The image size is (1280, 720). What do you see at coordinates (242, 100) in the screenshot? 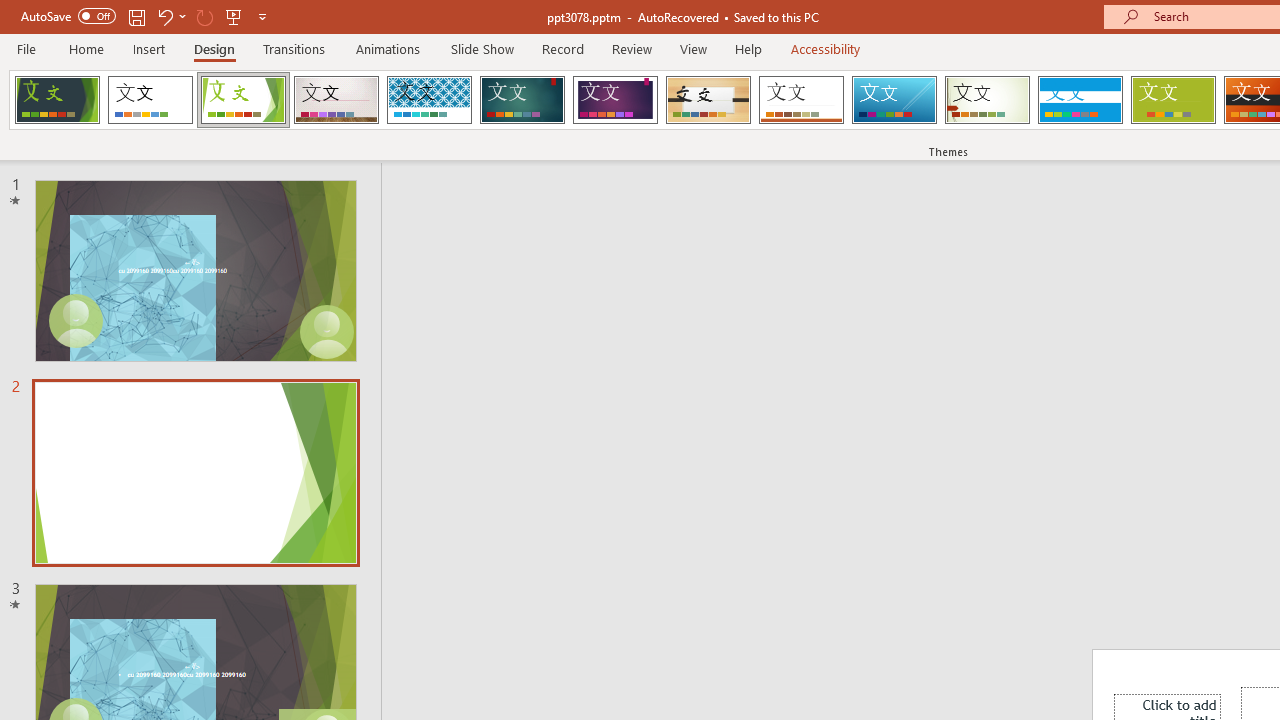
I see `'Facet'` at bounding box center [242, 100].